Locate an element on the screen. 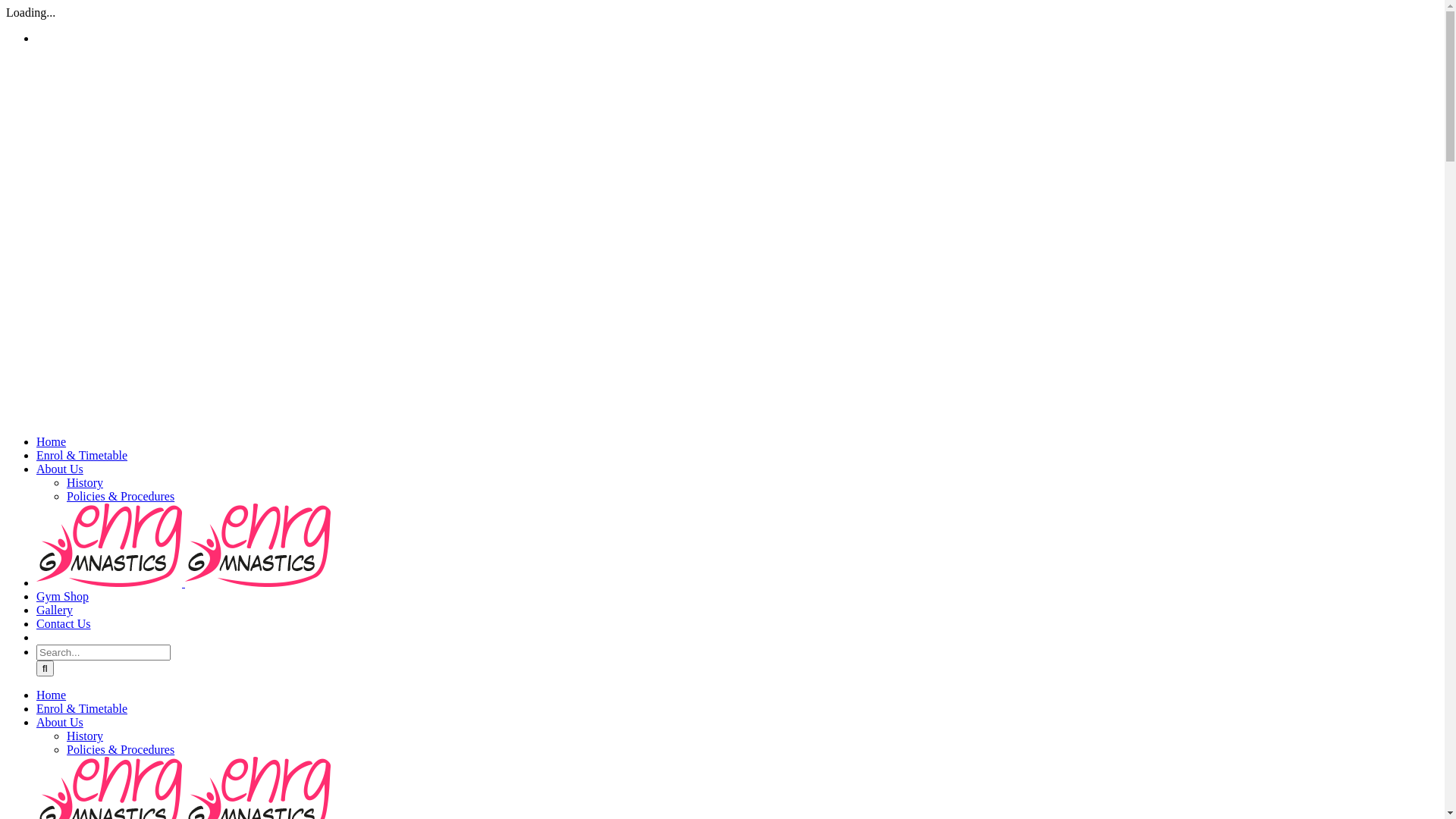  'Contact Us' is located at coordinates (62, 623).